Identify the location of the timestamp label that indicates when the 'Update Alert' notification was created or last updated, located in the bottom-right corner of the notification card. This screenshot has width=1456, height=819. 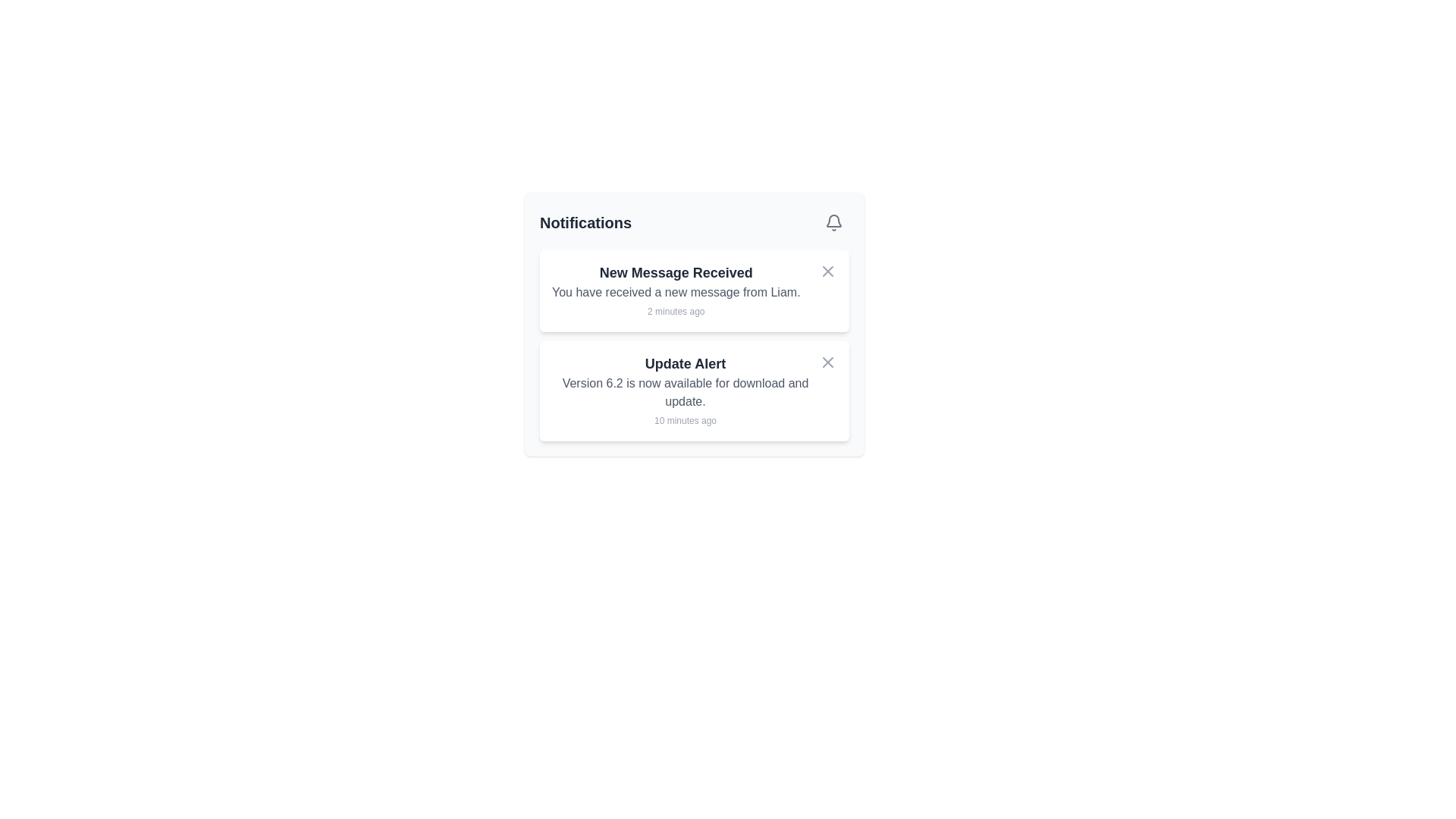
(684, 421).